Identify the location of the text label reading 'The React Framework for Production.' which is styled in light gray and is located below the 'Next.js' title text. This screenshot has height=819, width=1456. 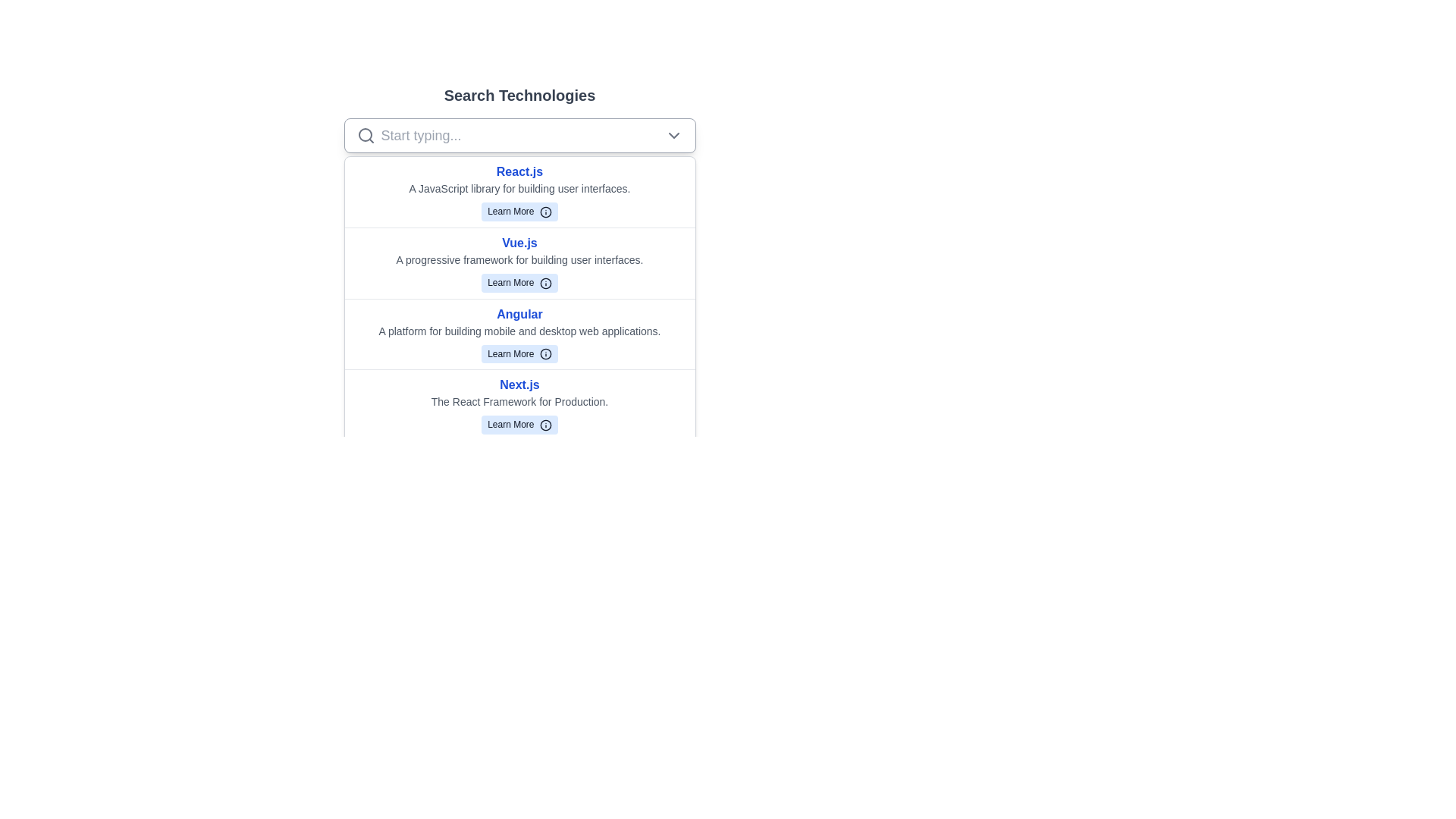
(519, 401).